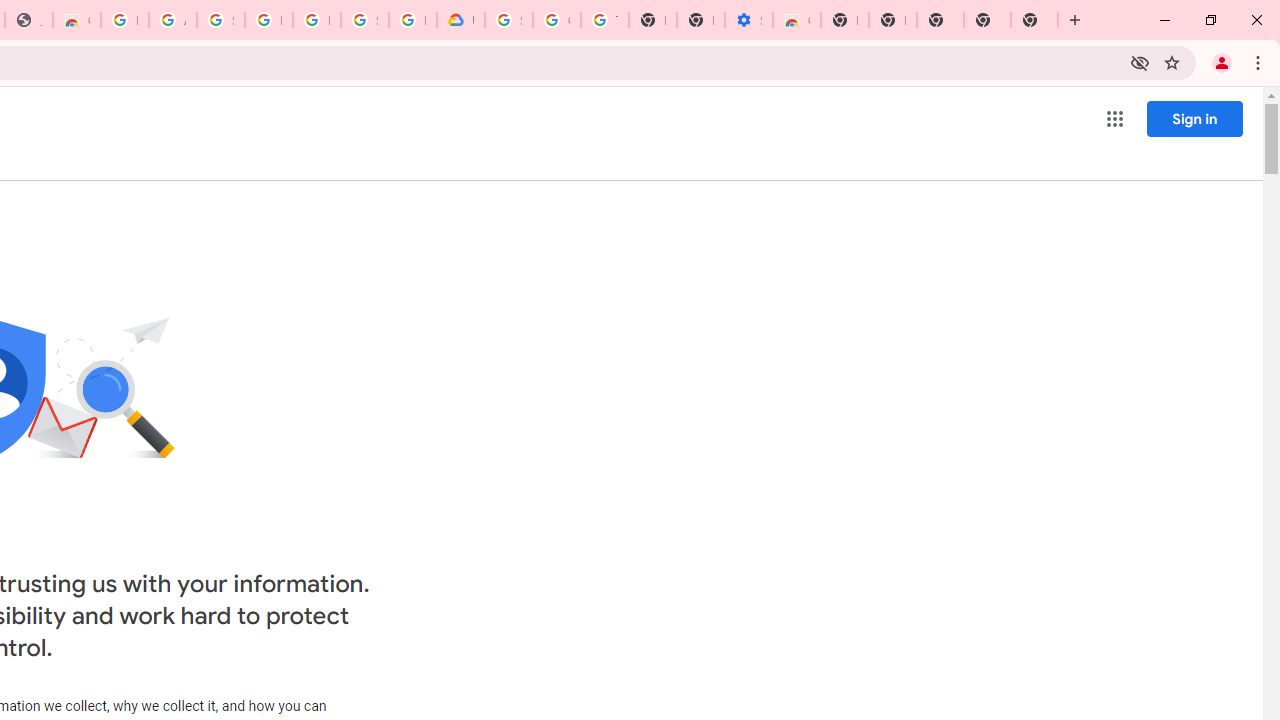 The width and height of the screenshot is (1280, 720). I want to click on 'New Tab', so click(1034, 20).